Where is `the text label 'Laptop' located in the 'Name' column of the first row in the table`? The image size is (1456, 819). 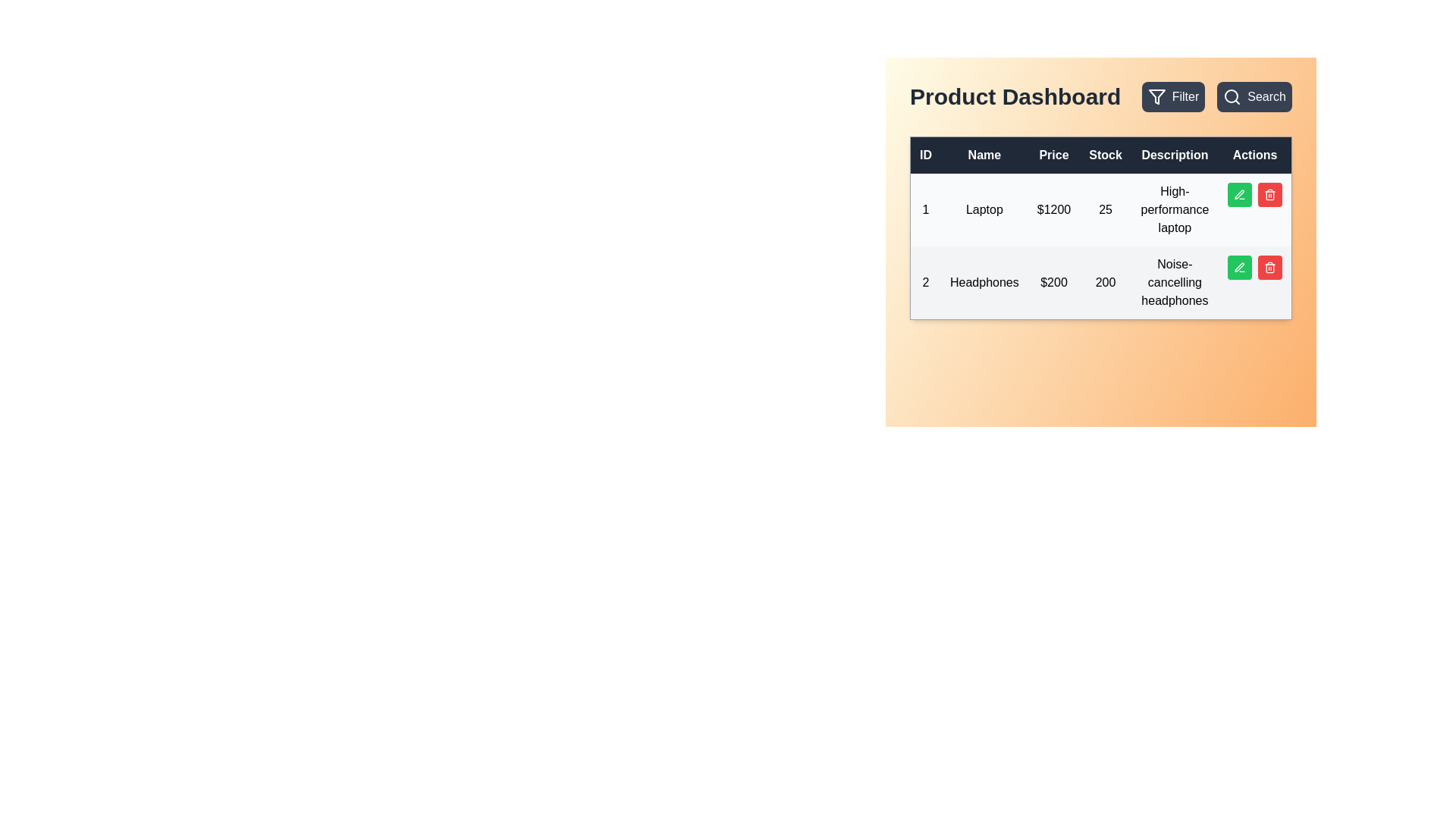
the text label 'Laptop' located in the 'Name' column of the first row in the table is located at coordinates (984, 210).